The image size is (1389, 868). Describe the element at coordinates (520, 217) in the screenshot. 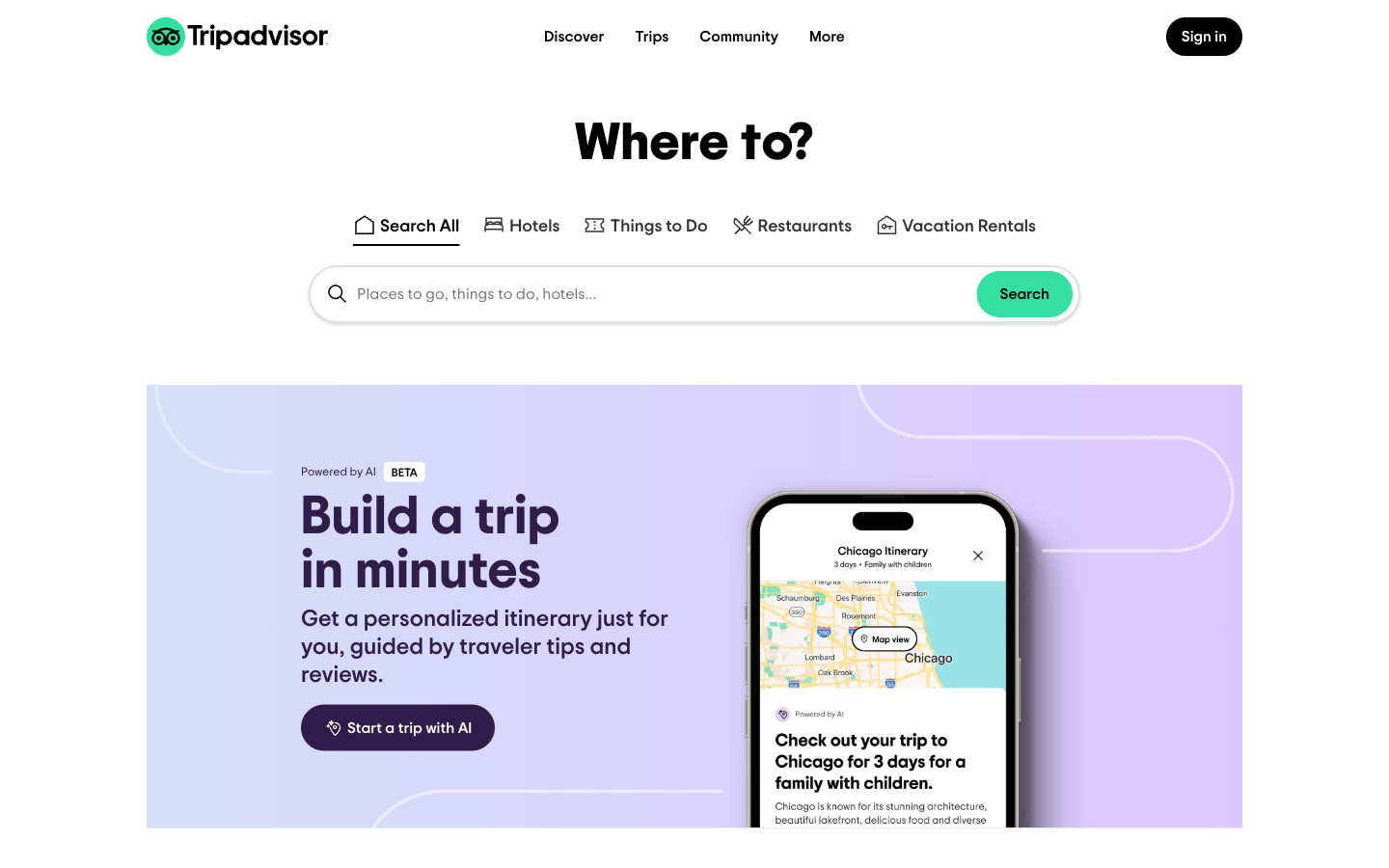

I see `Look up Holiday Inn locations within the hotel database` at that location.